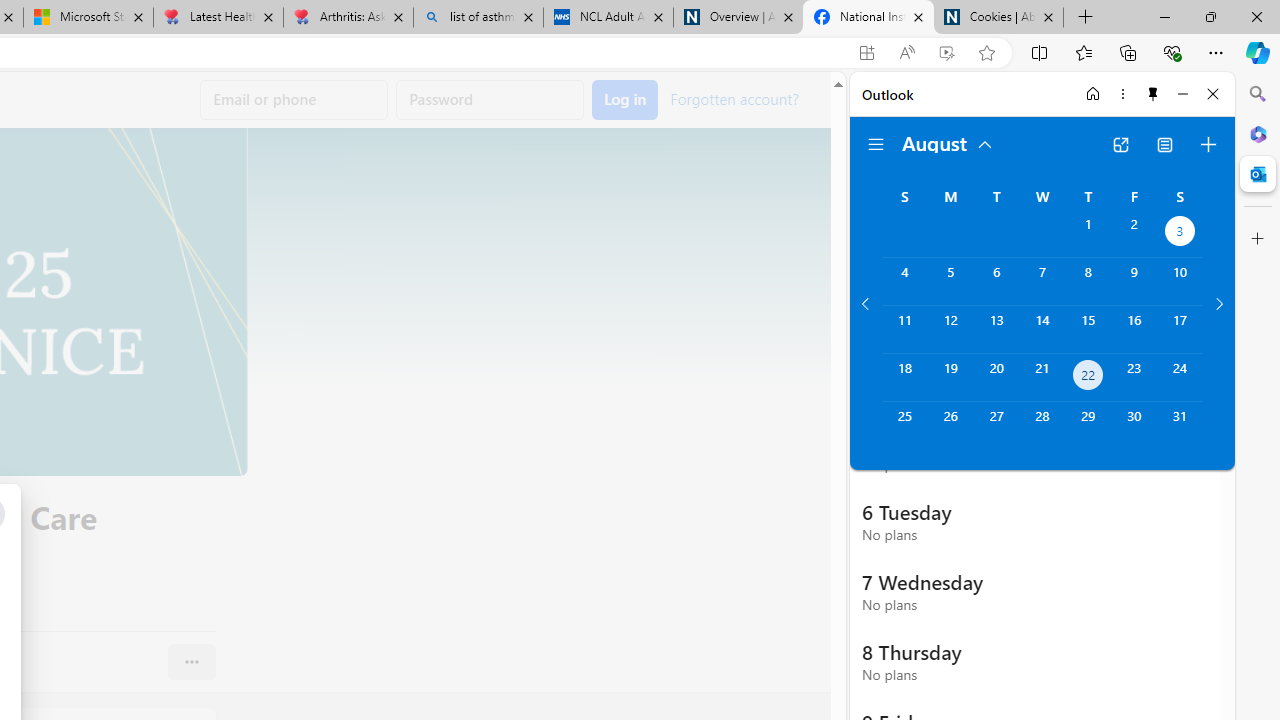 The width and height of the screenshot is (1280, 720). I want to click on 'Thursday, August 29, 2024. ', so click(1087, 424).